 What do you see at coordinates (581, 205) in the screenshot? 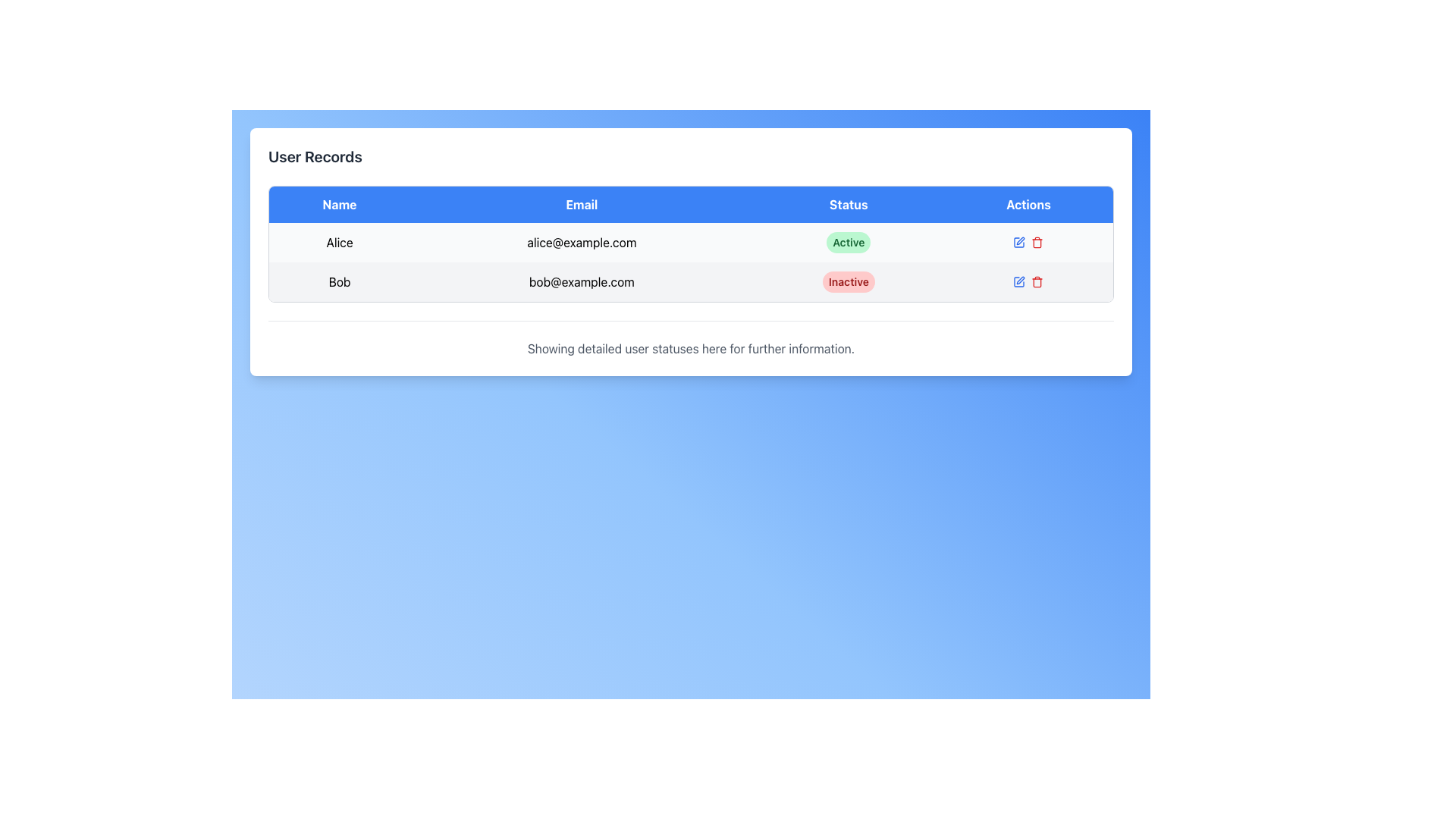
I see `the Table Column Header labeled 'Email' which has a blue background and white bold text, located in the second column of the table` at bounding box center [581, 205].